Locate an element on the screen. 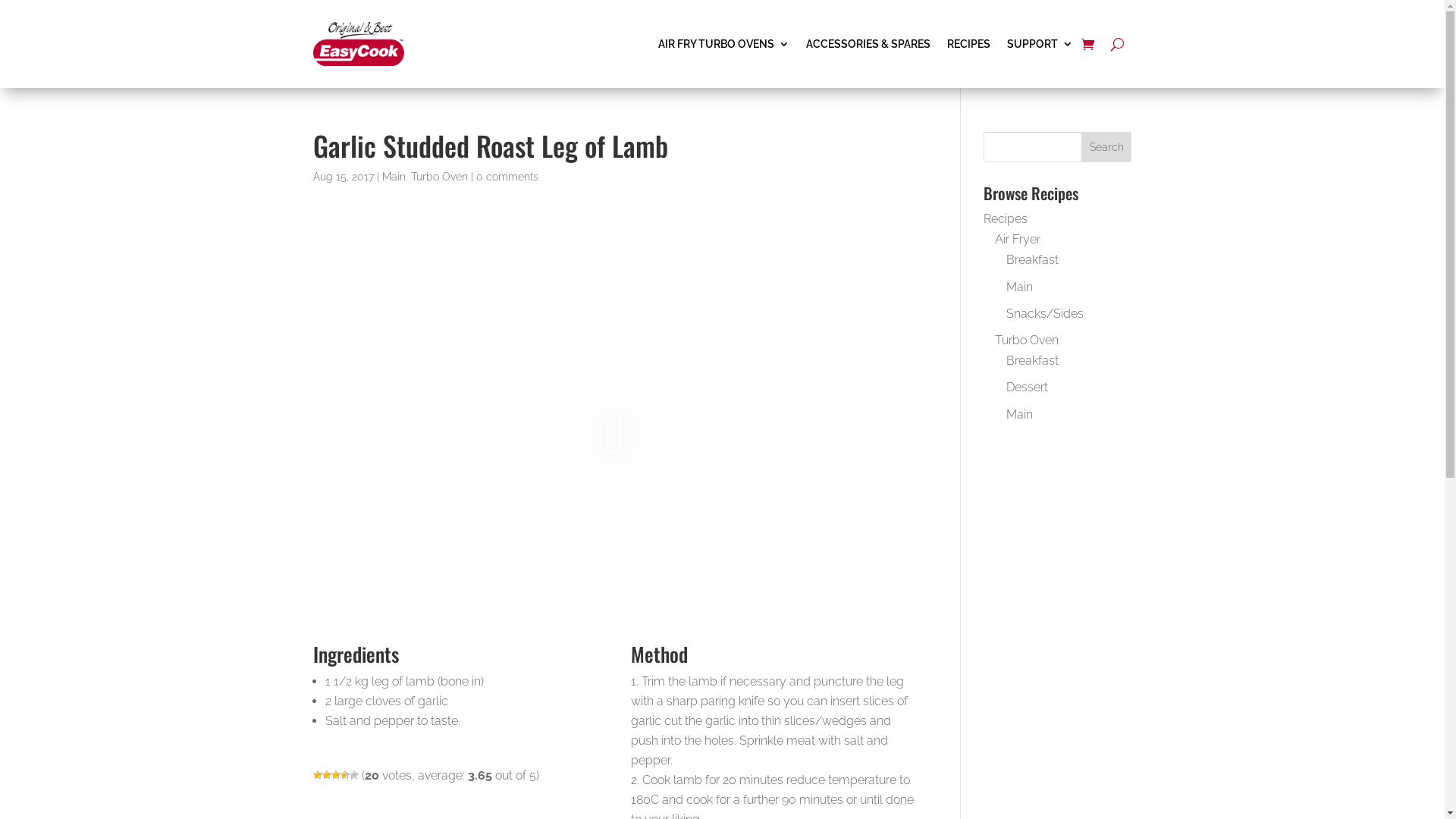  '4 Stars' is located at coordinates (344, 775).